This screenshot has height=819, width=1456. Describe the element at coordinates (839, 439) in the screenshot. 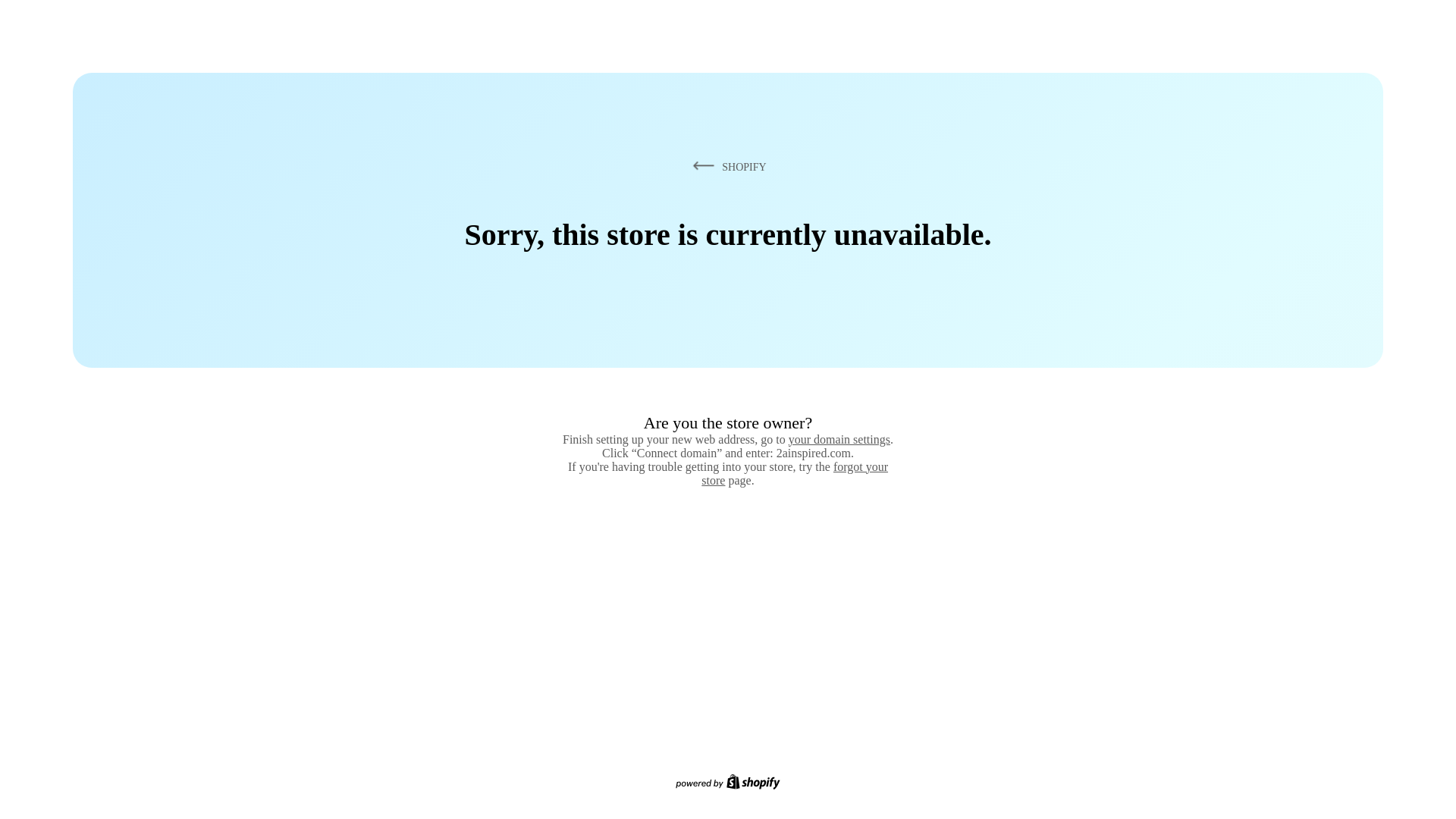

I see `'your domain settings'` at that location.